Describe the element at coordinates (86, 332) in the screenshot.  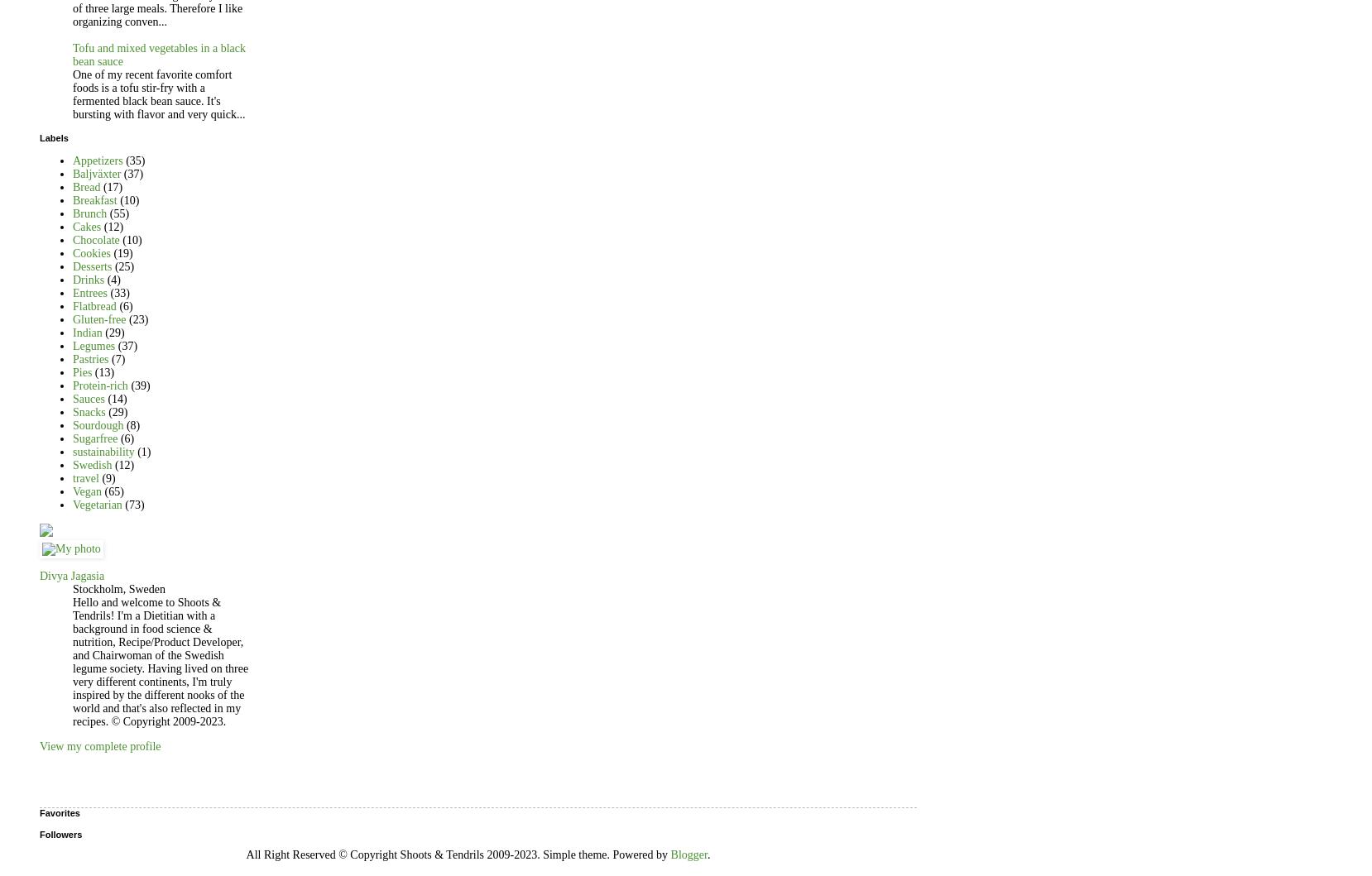
I see `'Indian'` at that location.